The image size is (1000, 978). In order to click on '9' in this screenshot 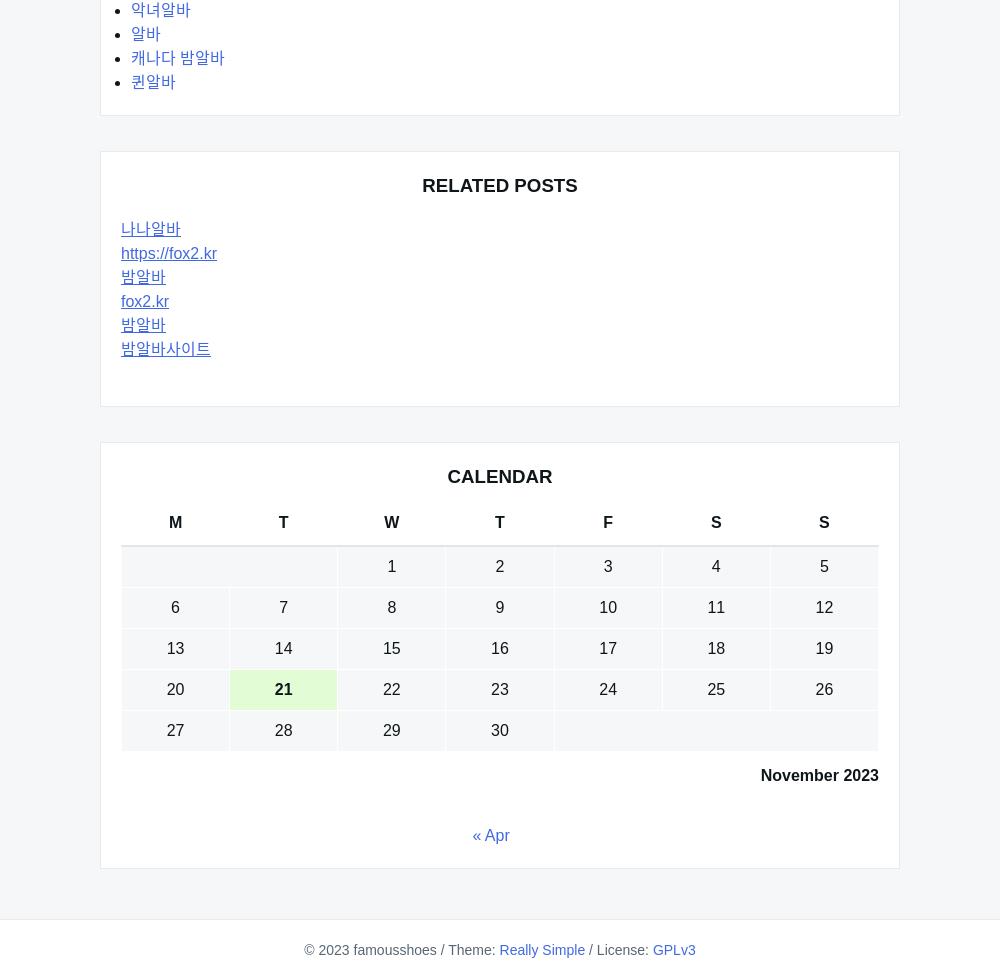, I will do `click(498, 607)`.